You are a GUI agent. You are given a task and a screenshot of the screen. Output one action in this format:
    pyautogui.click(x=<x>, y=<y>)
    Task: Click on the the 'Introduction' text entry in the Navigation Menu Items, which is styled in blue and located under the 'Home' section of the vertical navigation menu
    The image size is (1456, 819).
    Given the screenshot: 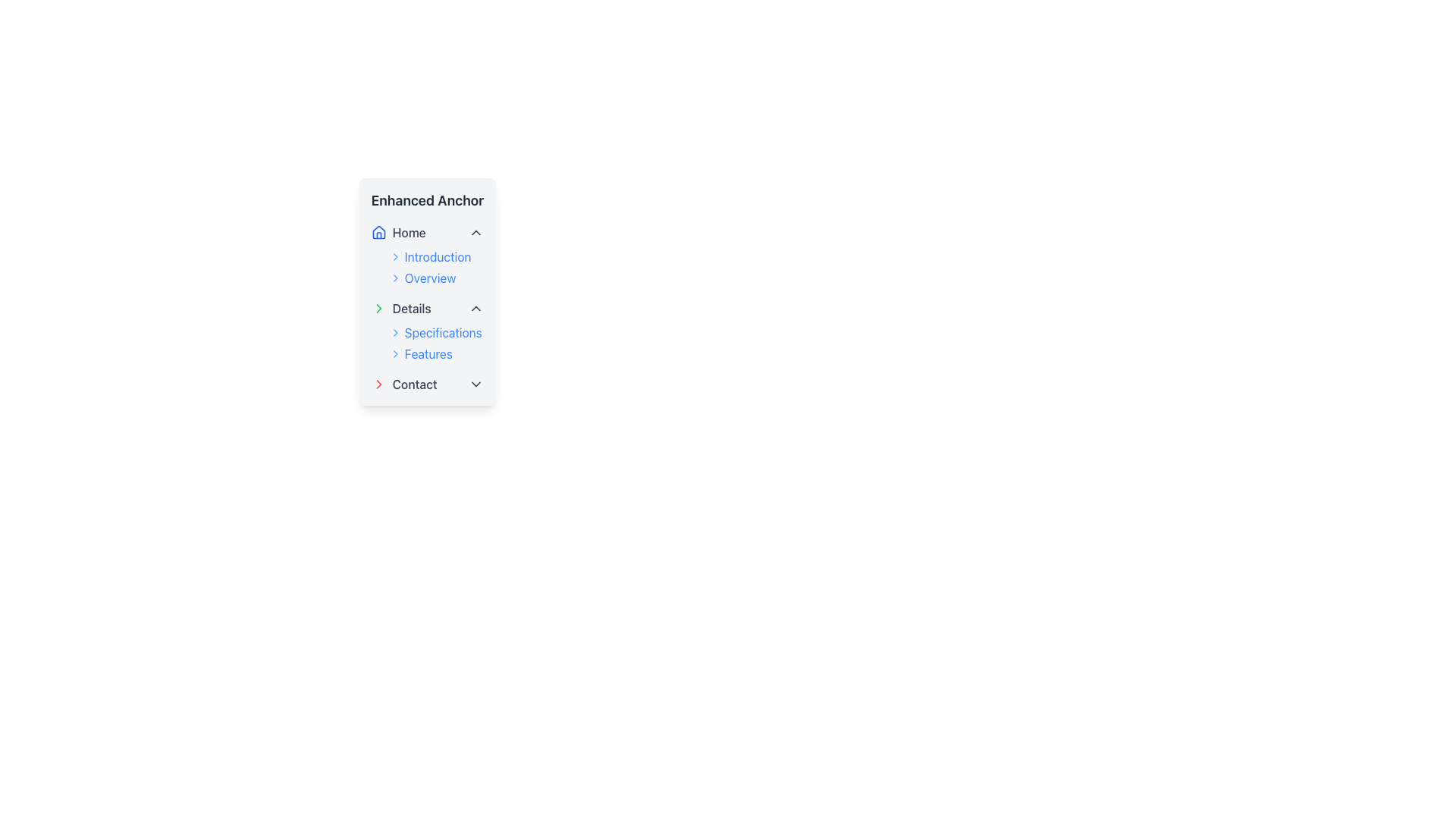 What is the action you would take?
    pyautogui.click(x=436, y=267)
    